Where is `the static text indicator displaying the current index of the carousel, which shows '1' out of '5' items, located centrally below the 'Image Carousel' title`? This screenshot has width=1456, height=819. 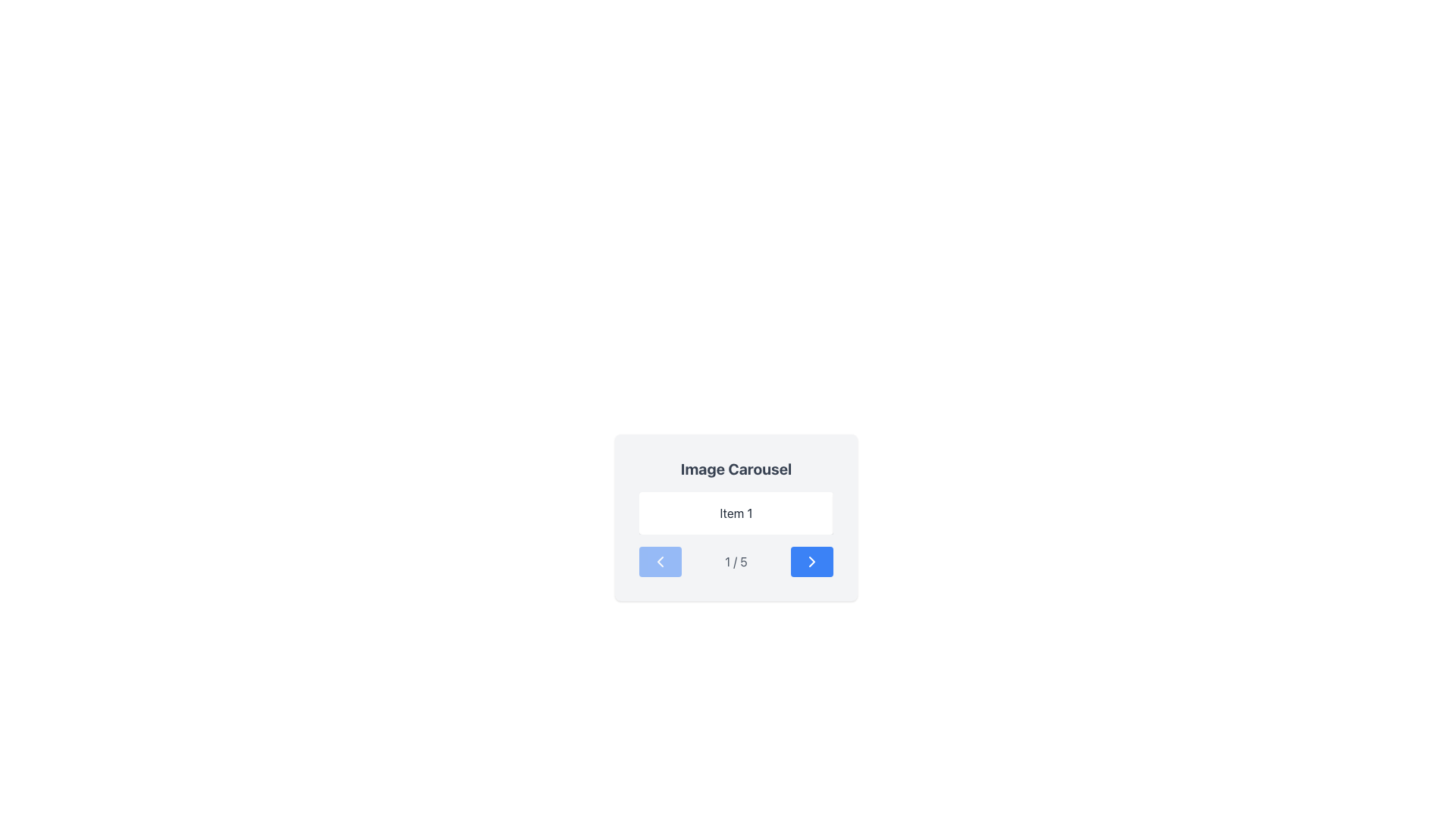 the static text indicator displaying the current index of the carousel, which shows '1' out of '5' items, located centrally below the 'Image Carousel' title is located at coordinates (736, 561).